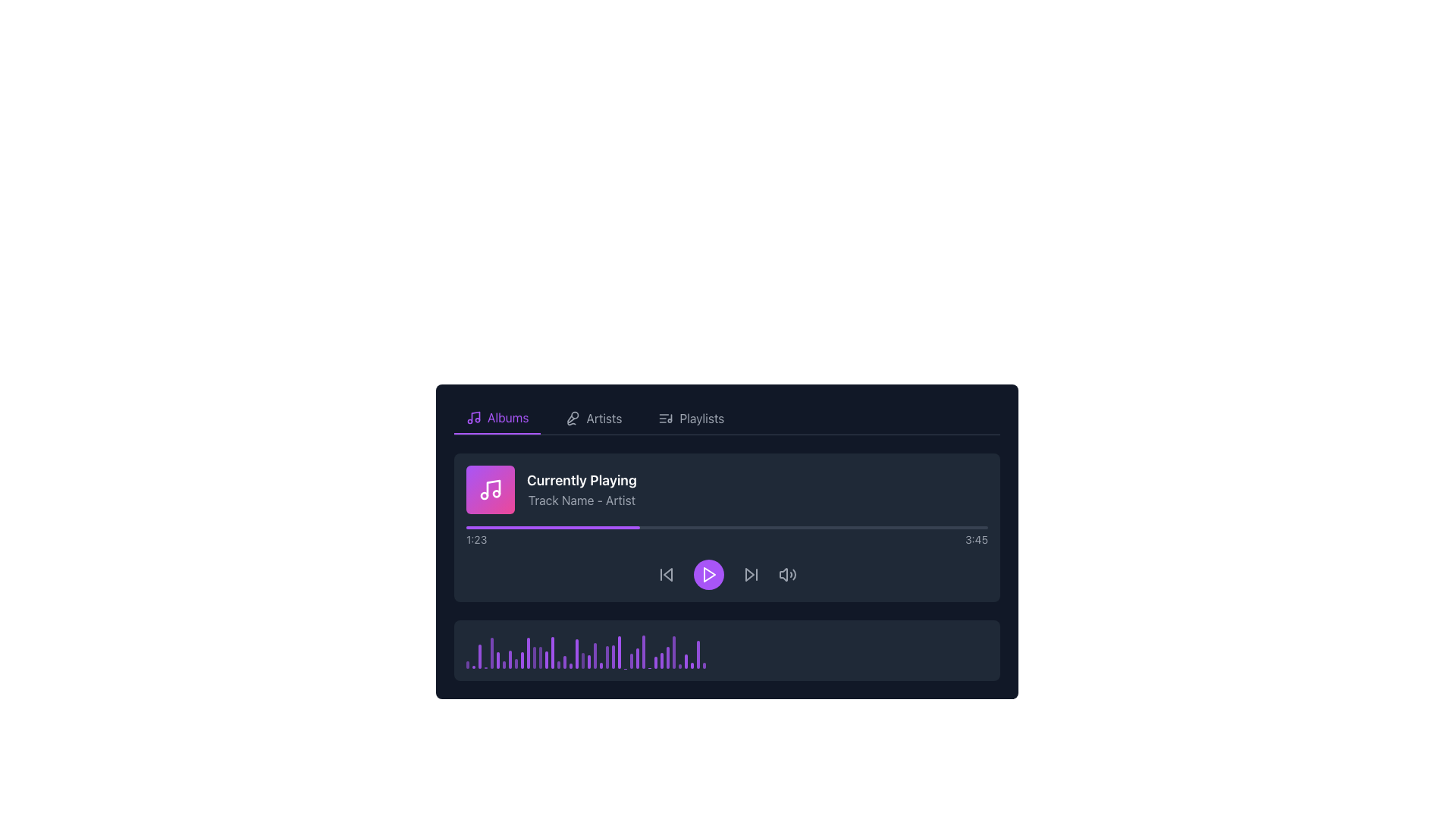 This screenshot has height=819, width=1456. Describe the element at coordinates (522, 659) in the screenshot. I see `the 10th purple vertical bar with rounded edges in the graph section of the interface` at that location.